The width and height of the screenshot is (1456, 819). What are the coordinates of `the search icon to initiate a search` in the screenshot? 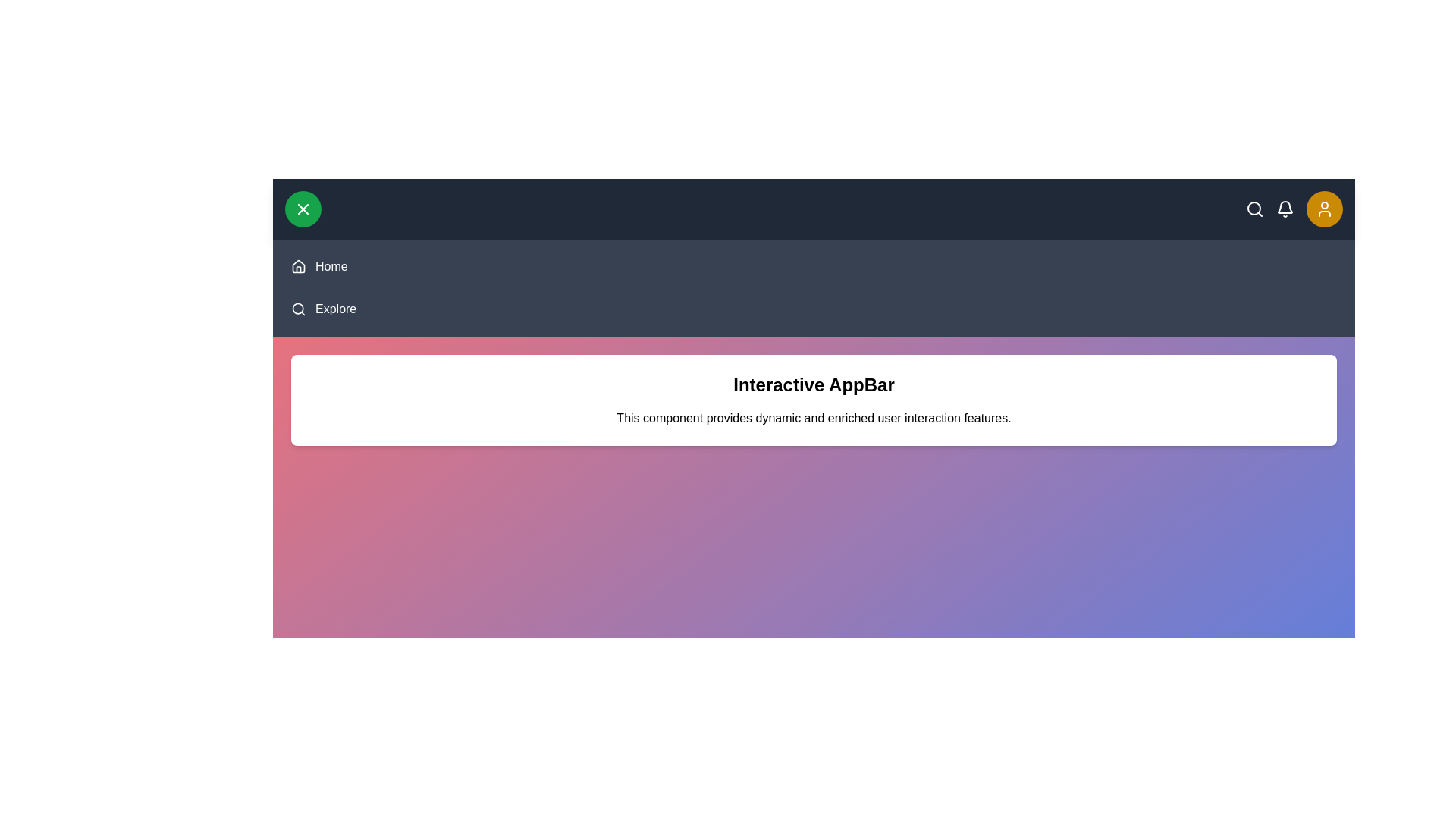 It's located at (1255, 209).